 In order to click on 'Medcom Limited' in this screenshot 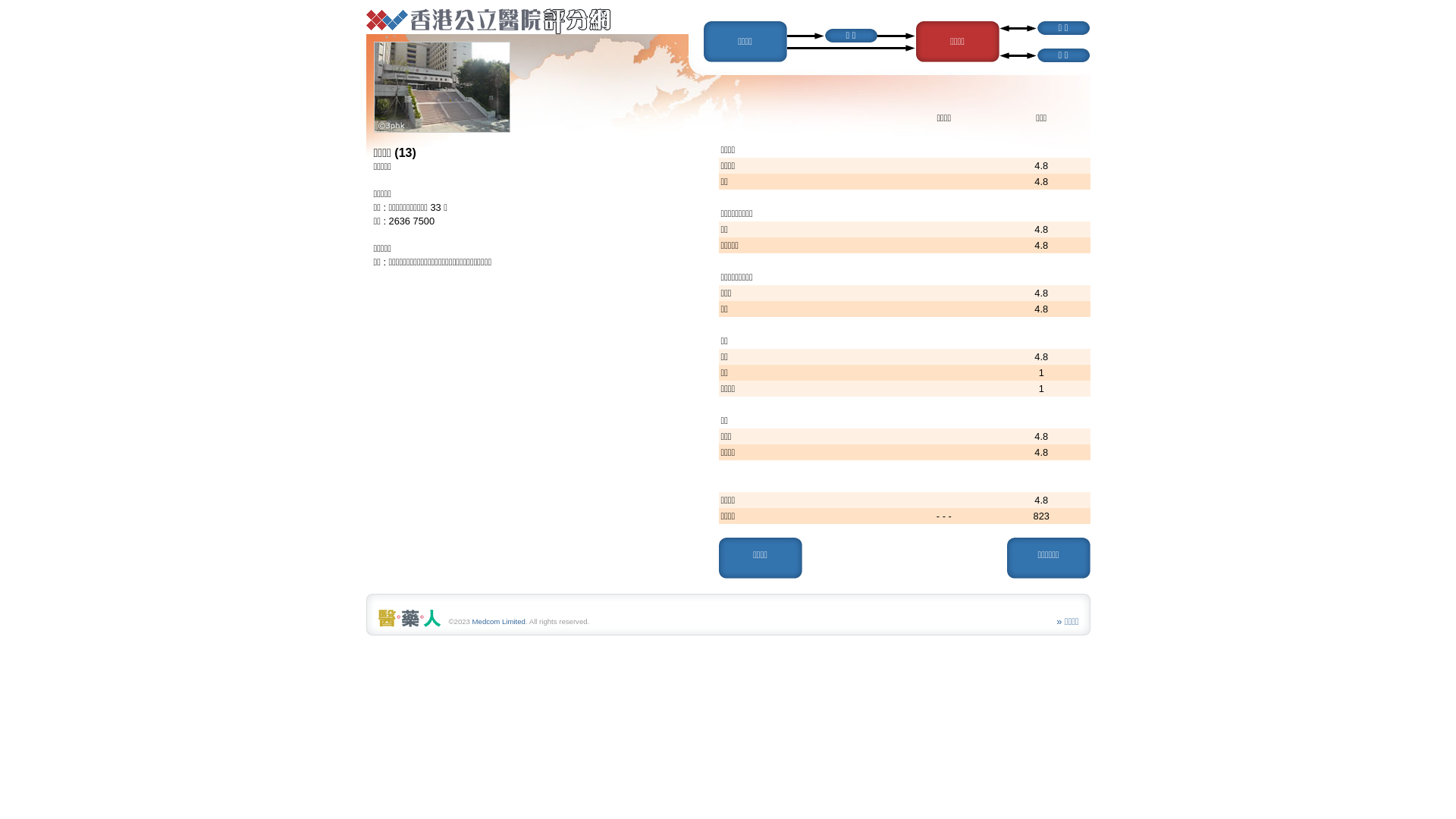, I will do `click(498, 621)`.